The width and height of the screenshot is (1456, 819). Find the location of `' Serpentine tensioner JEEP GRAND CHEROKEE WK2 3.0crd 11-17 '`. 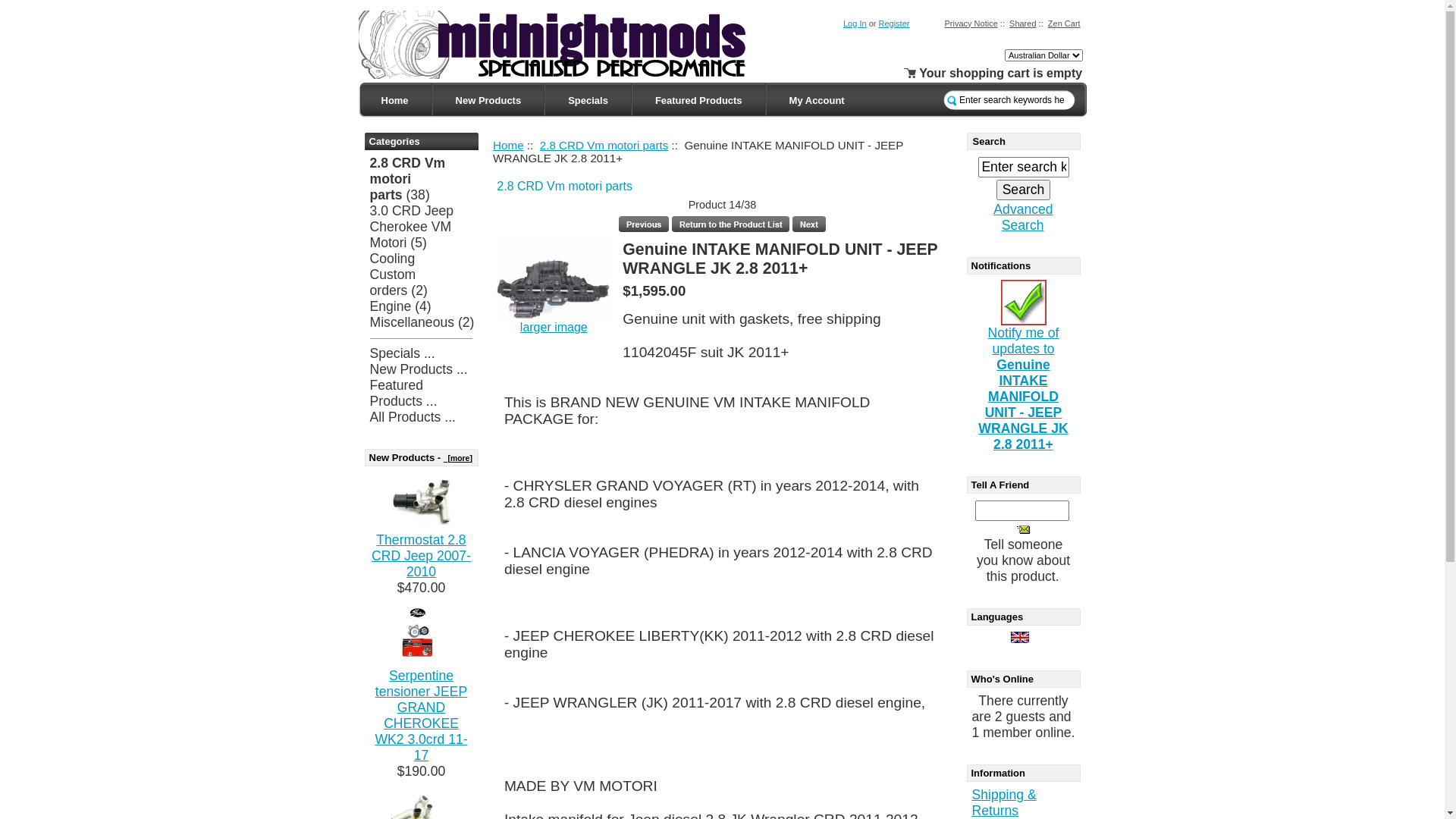

' Serpentine tensioner JEEP GRAND CHEROKEE WK2 3.0crd 11-17 ' is located at coordinates (392, 637).